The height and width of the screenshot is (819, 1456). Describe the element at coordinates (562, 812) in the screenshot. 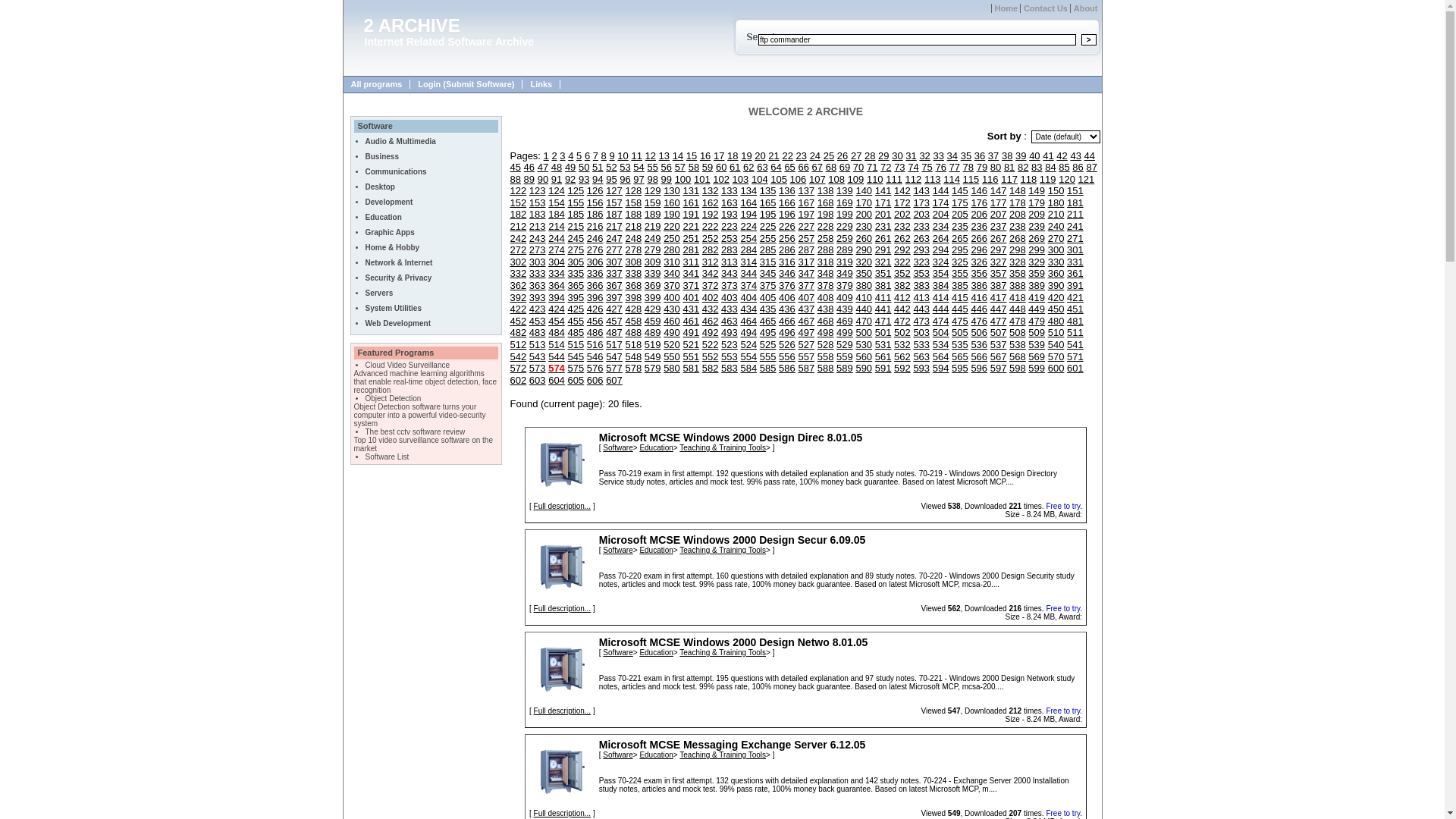

I see `'Full description...'` at that location.